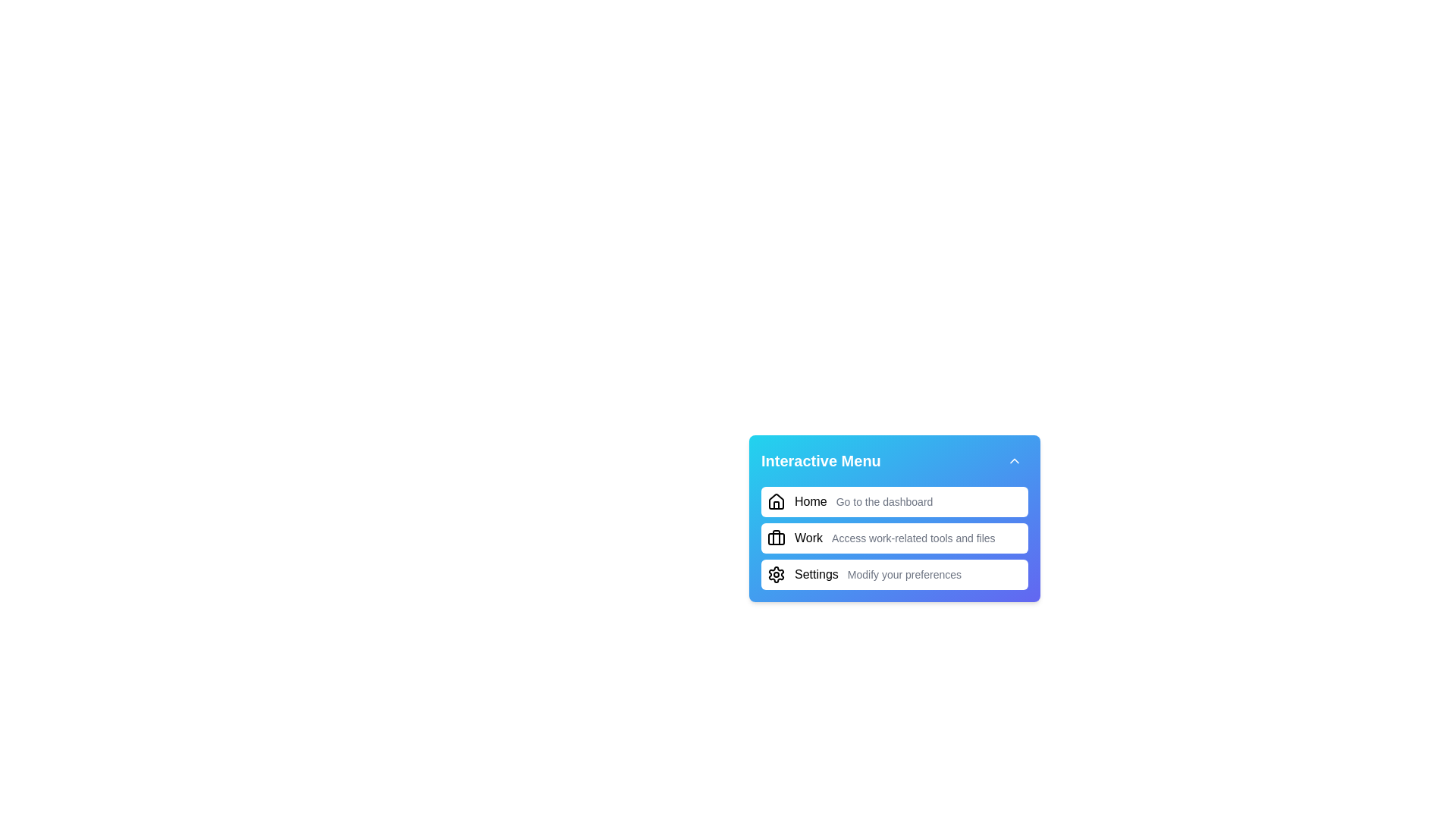 This screenshot has height=819, width=1456. What do you see at coordinates (1015, 460) in the screenshot?
I see `the button with an upward chevron icon located in the top-right corner of the interactive menu to minimize the menu` at bounding box center [1015, 460].